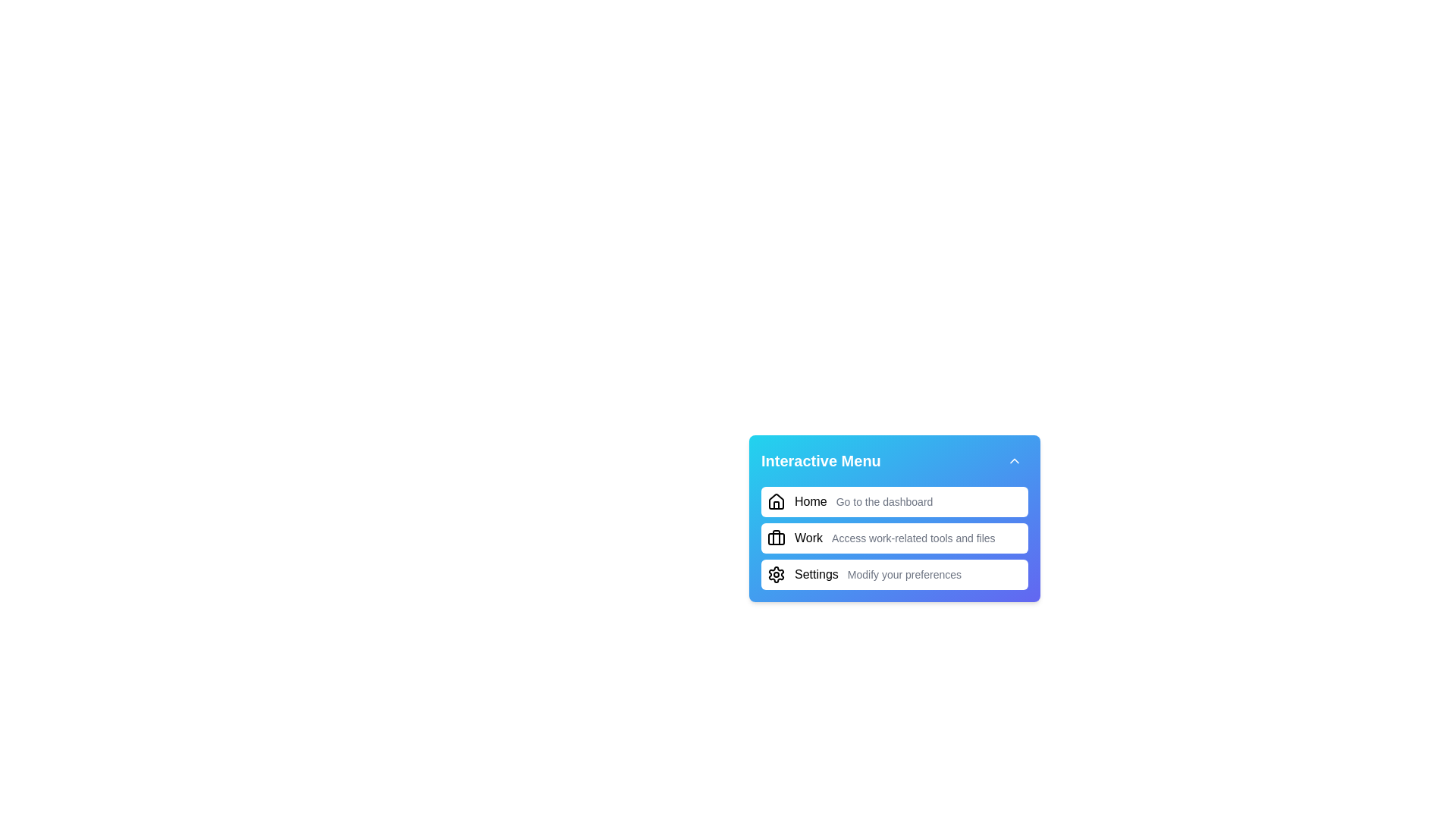 This screenshot has height=819, width=1456. What do you see at coordinates (1015, 460) in the screenshot?
I see `the button with an upward chevron icon located in the top-right corner of the interactive menu to minimize the menu` at bounding box center [1015, 460].